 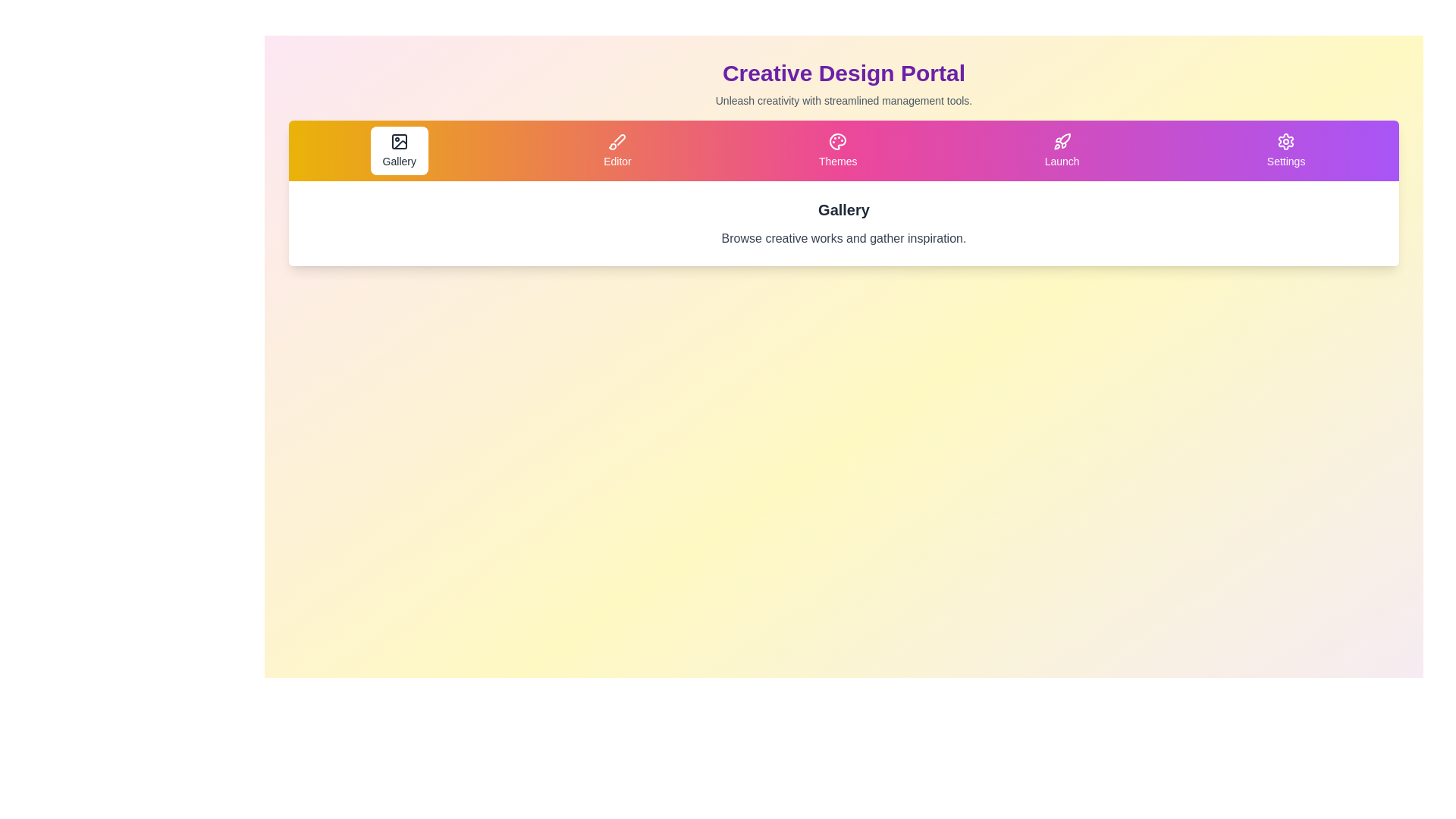 I want to click on the brush icon located in the 'Editor' button group of the navigation bar, which is positioned between the 'Gallery' and 'Themes' sections, so click(x=617, y=141).